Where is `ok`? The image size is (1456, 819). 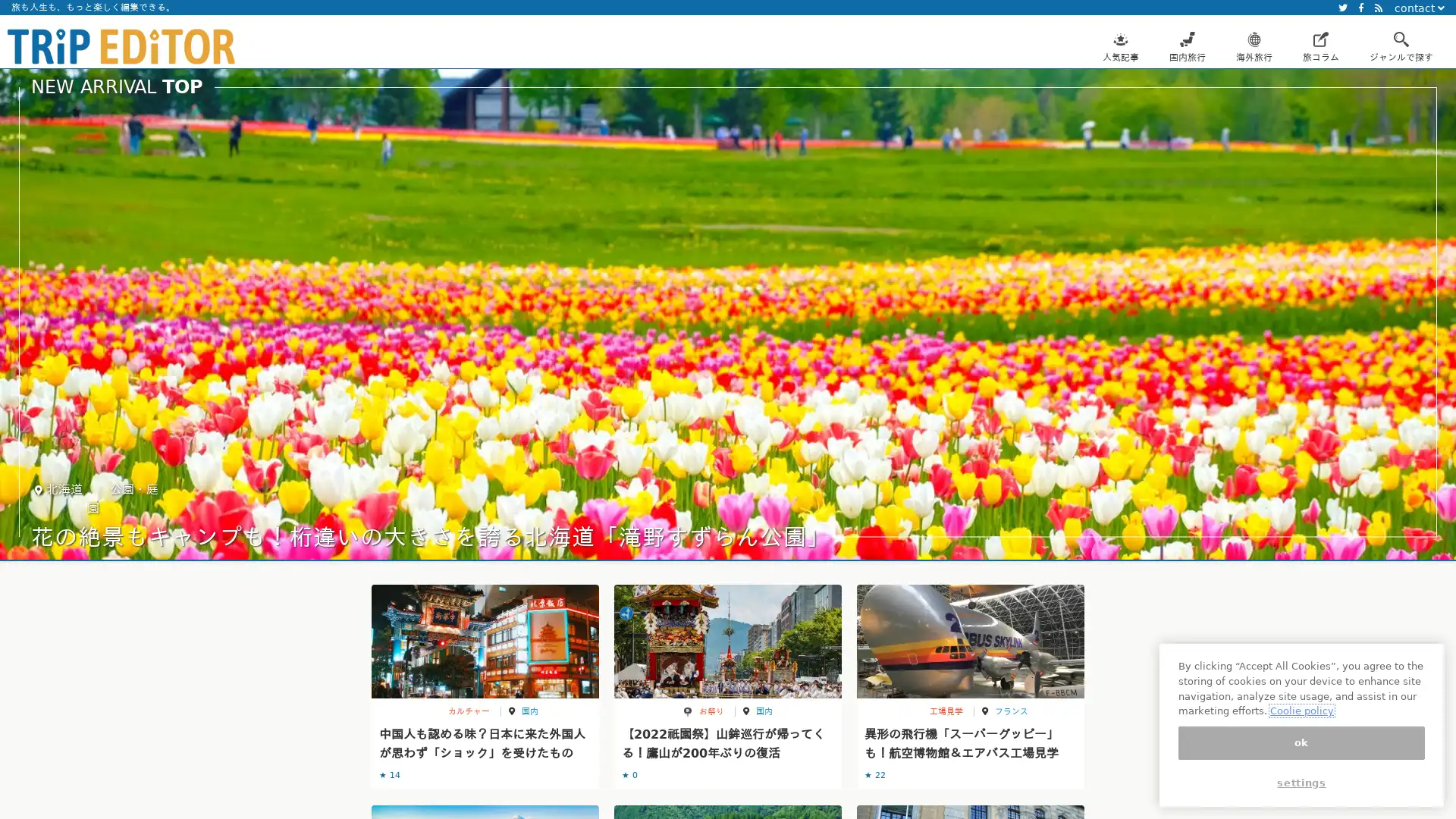
ok is located at coordinates (1301, 742).